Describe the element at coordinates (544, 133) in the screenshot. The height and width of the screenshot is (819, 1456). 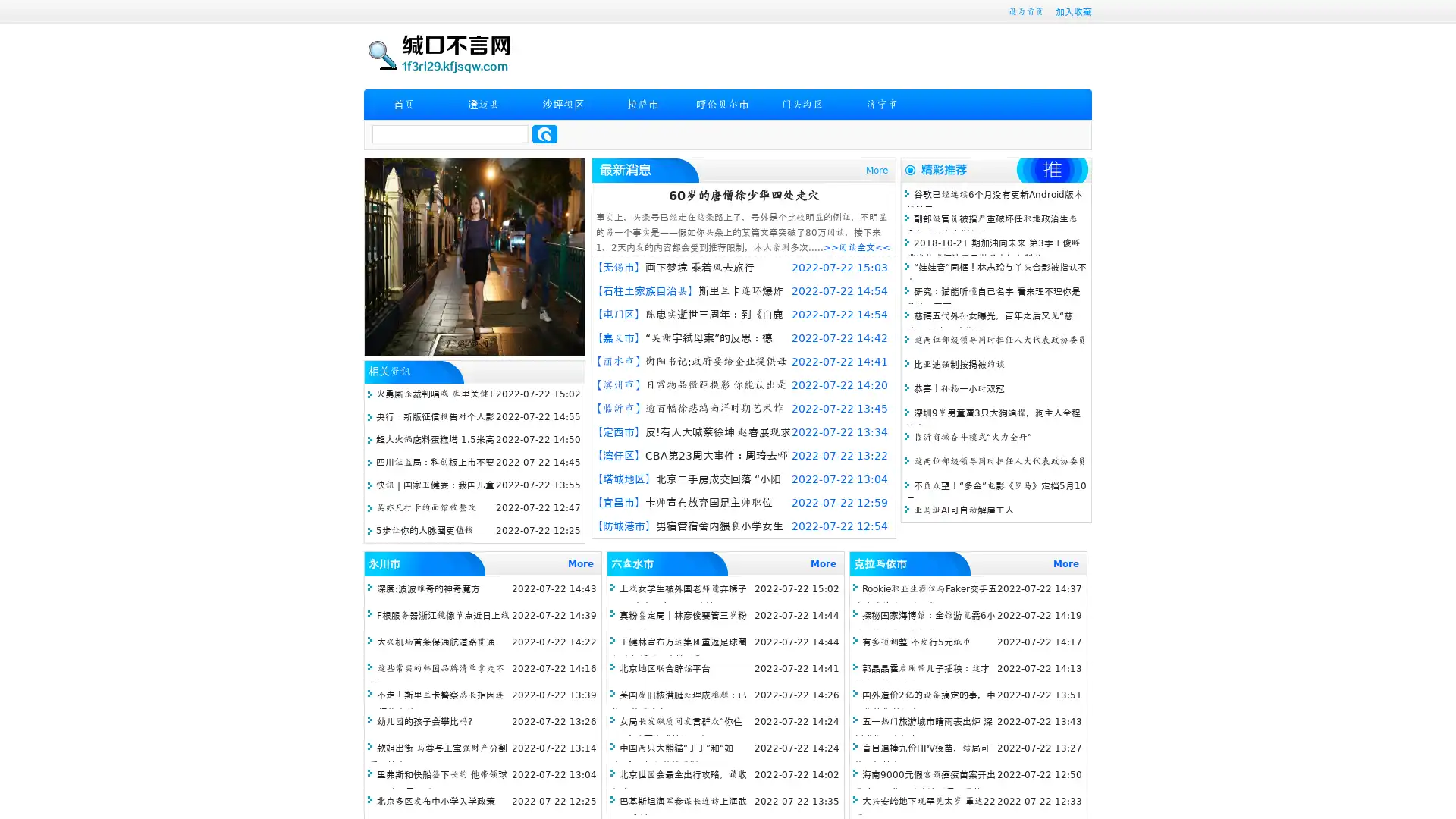
I see `Search` at that location.